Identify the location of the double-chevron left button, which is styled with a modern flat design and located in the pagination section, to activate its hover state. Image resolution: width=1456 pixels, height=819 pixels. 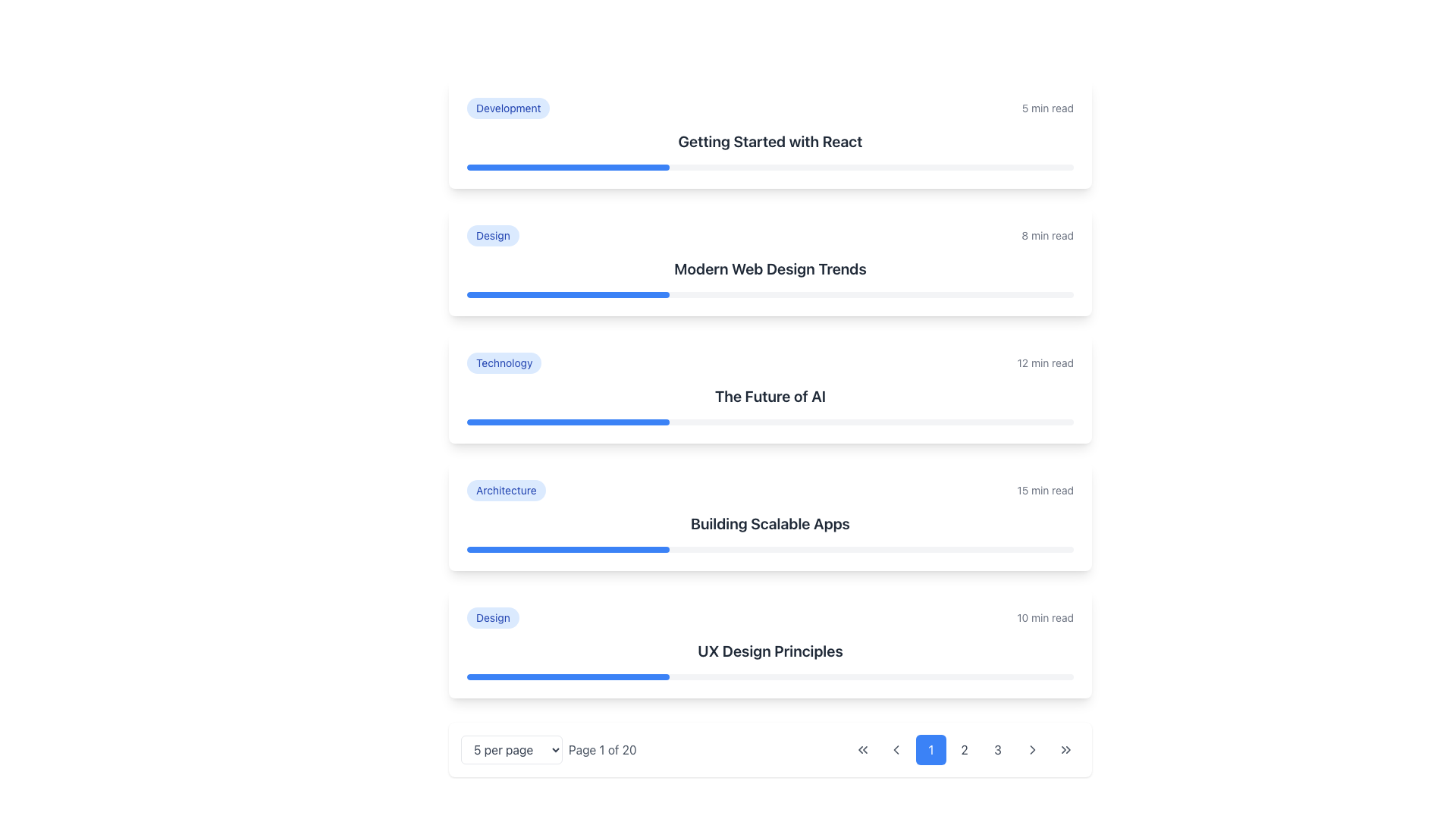
(862, 748).